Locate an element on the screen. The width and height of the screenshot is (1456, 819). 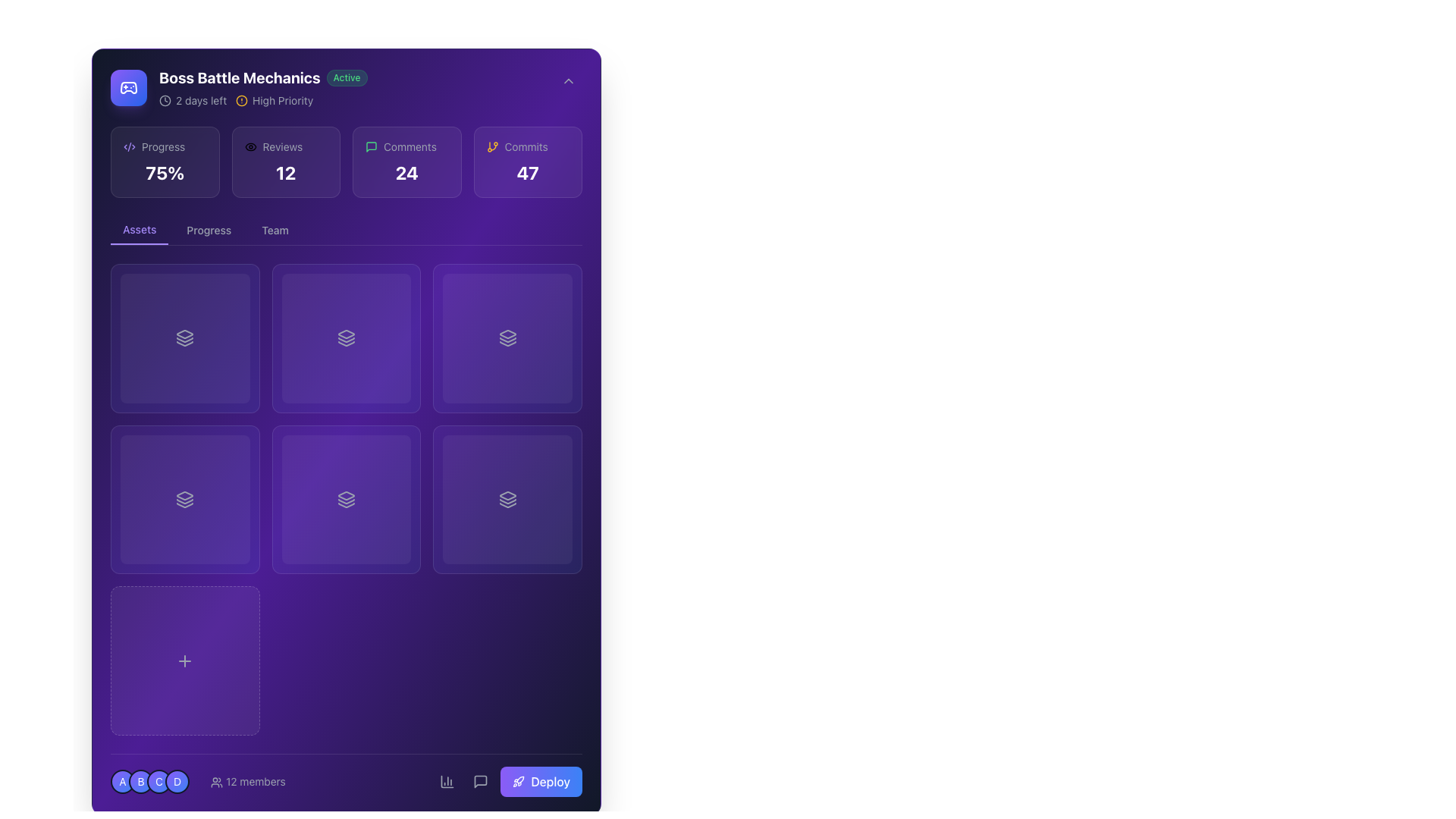
the small gray icon shaped like a stack of layers with rounded edges located in the bottom-left quadrant of a 2x3 grid layout on a purple background is located at coordinates (184, 500).